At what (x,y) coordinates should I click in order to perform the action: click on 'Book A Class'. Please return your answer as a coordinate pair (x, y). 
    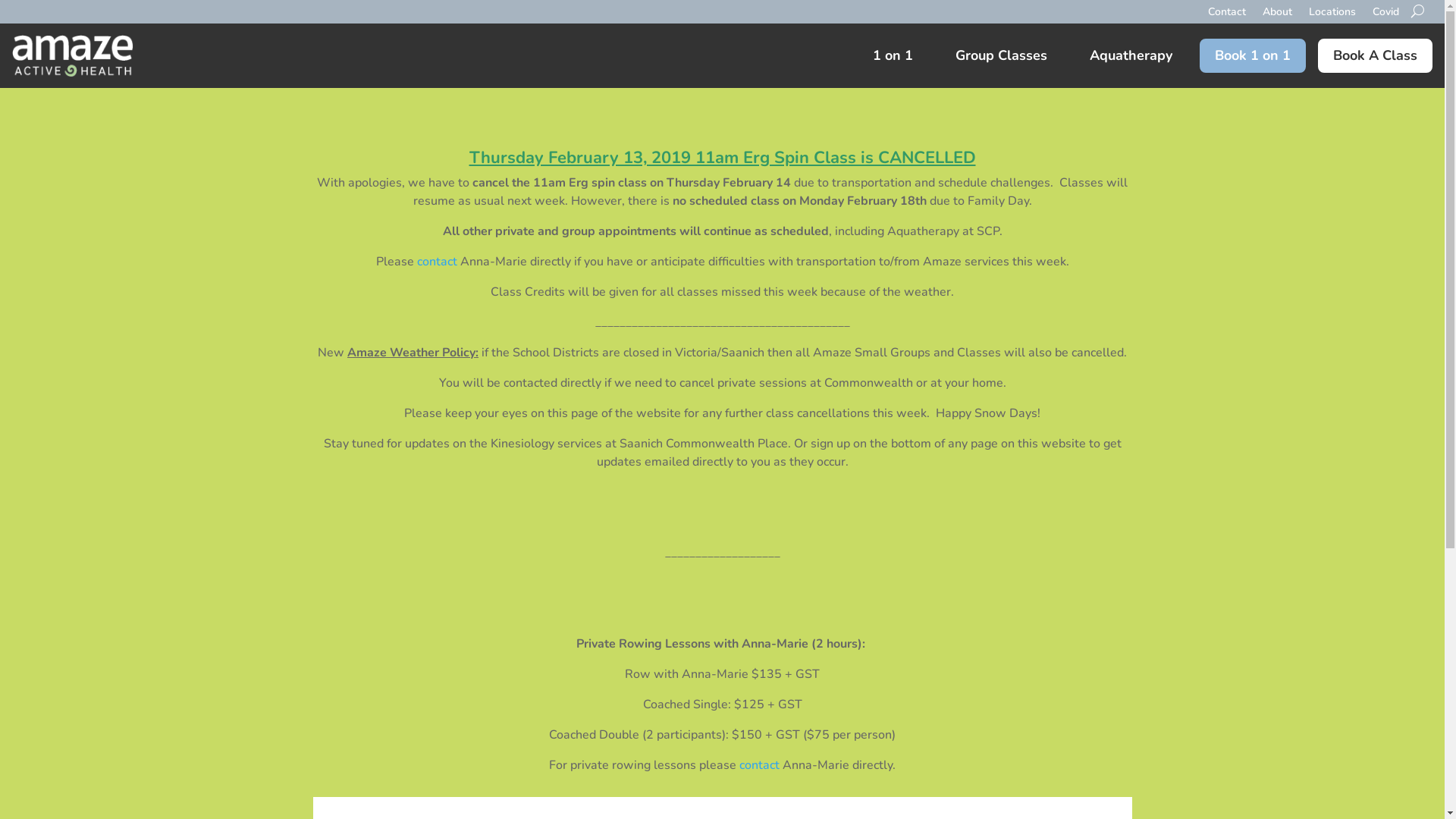
    Looking at the image, I should click on (1375, 55).